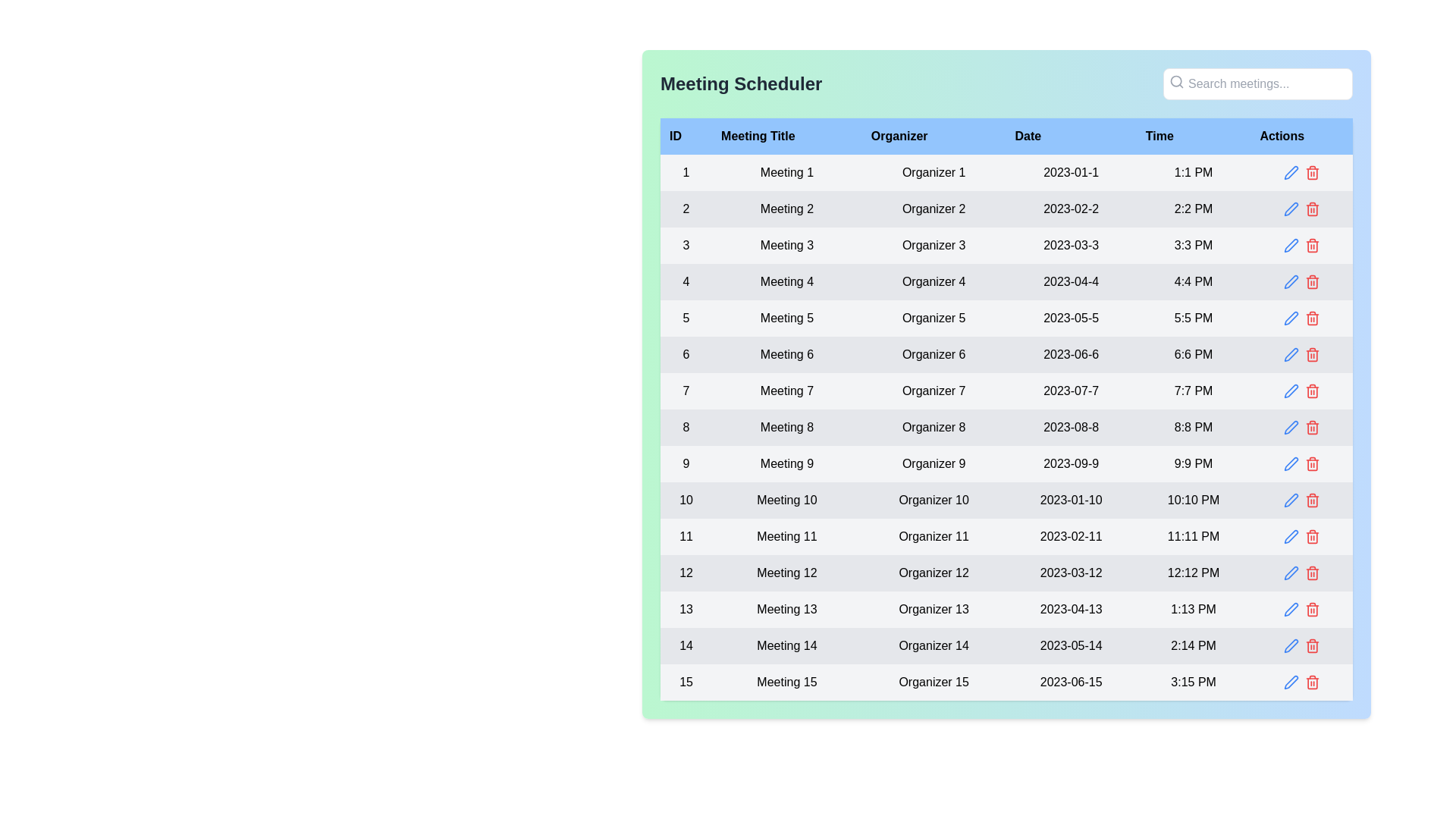 The image size is (1456, 819). What do you see at coordinates (1070, 209) in the screenshot?
I see `the TextLabel displaying the scheduled date for 'Meeting 2' in the table under the 'Date' column` at bounding box center [1070, 209].